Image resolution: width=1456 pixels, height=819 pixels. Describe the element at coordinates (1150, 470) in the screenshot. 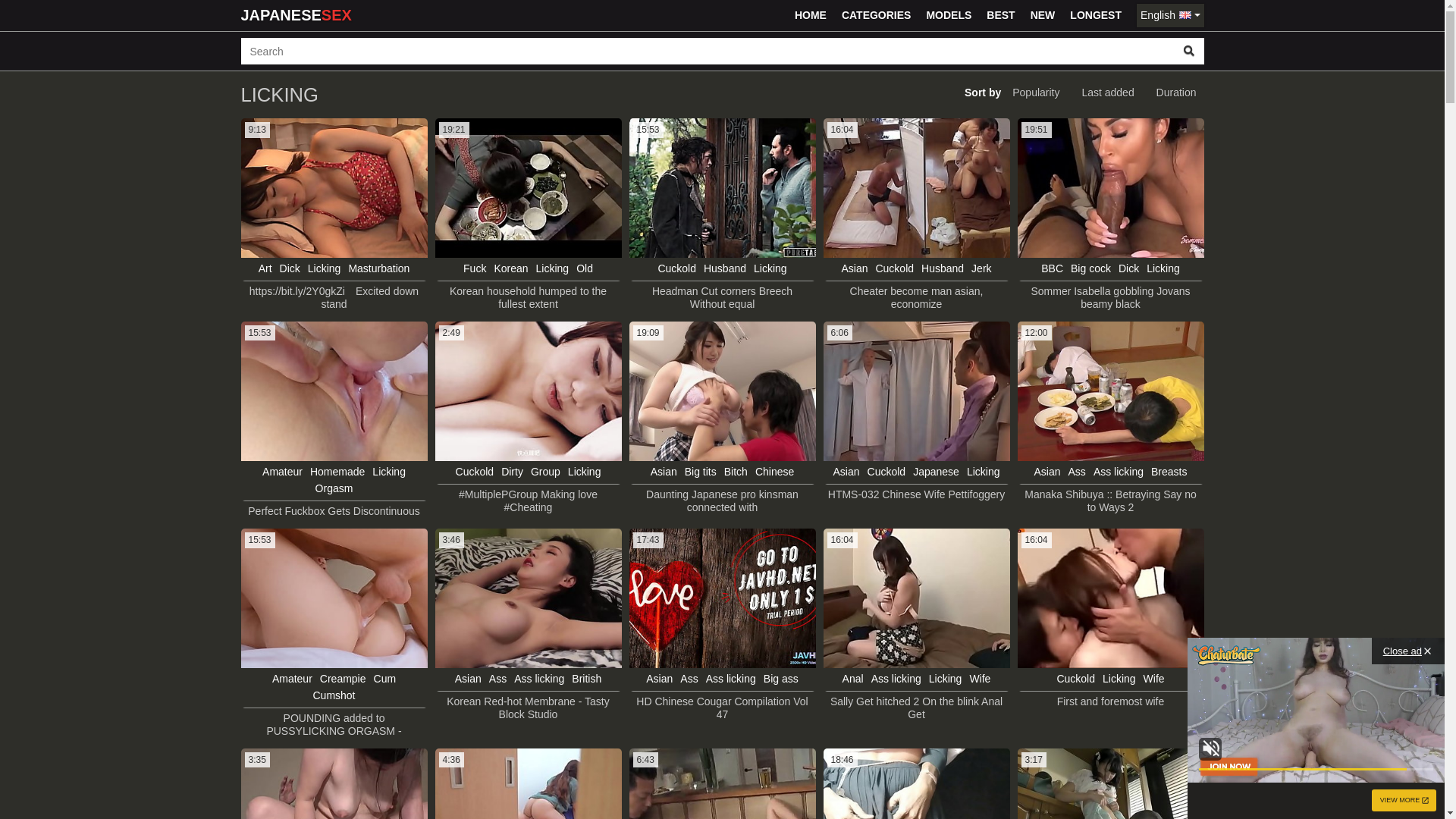

I see `'Breasts'` at that location.